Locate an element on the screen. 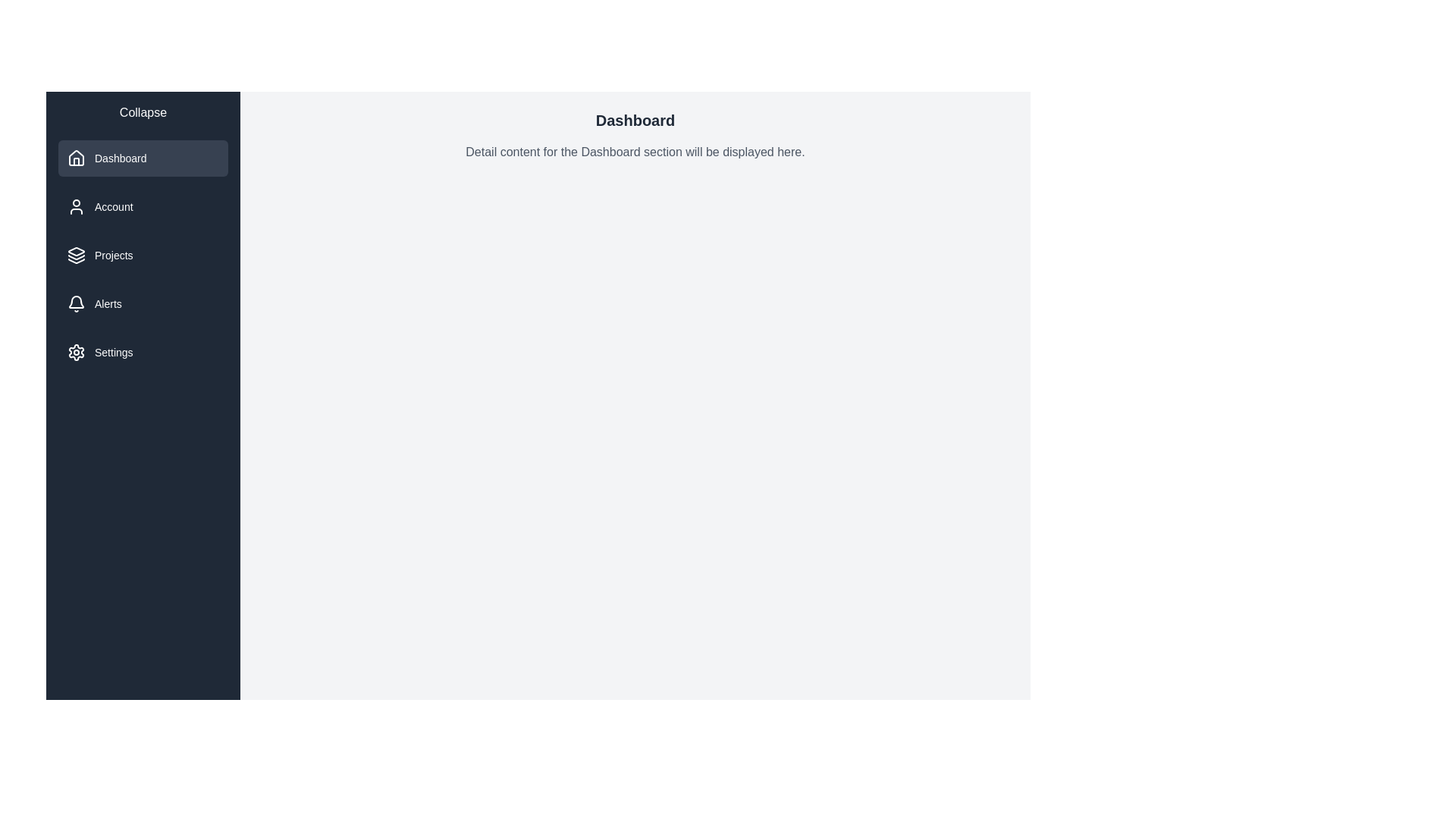  'Collapse' button to toggle the menu state is located at coordinates (143, 112).